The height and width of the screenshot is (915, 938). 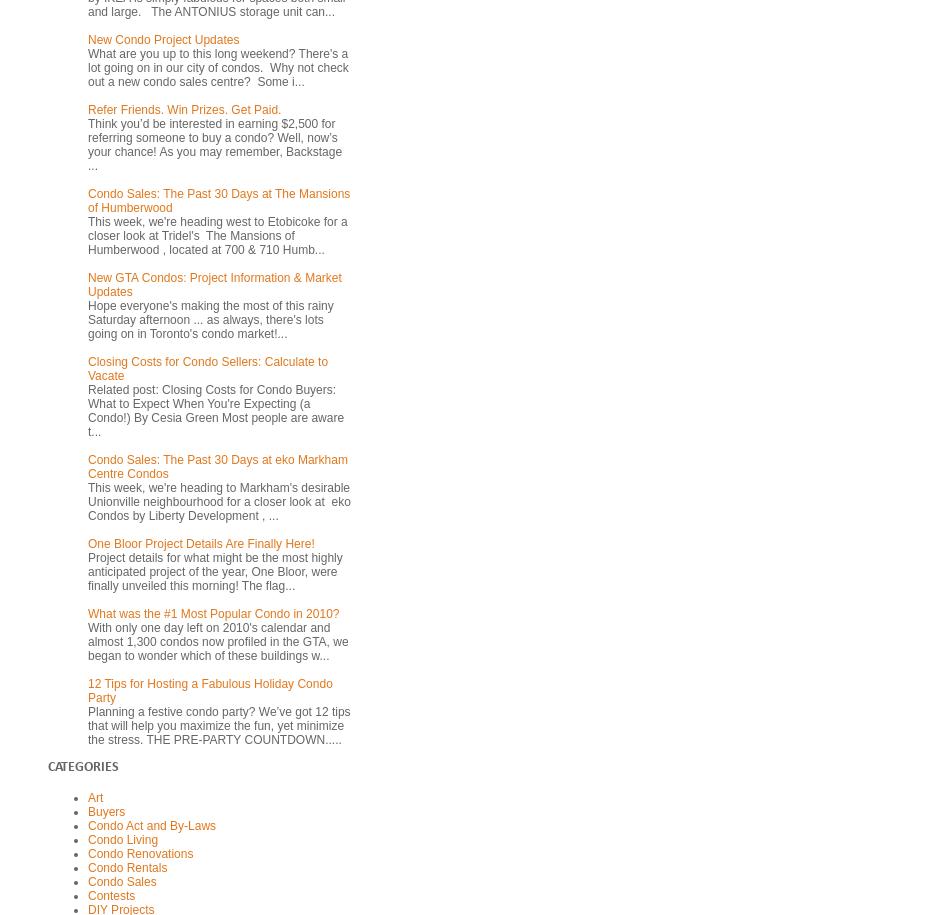 I want to click on 'Contests', so click(x=110, y=893).